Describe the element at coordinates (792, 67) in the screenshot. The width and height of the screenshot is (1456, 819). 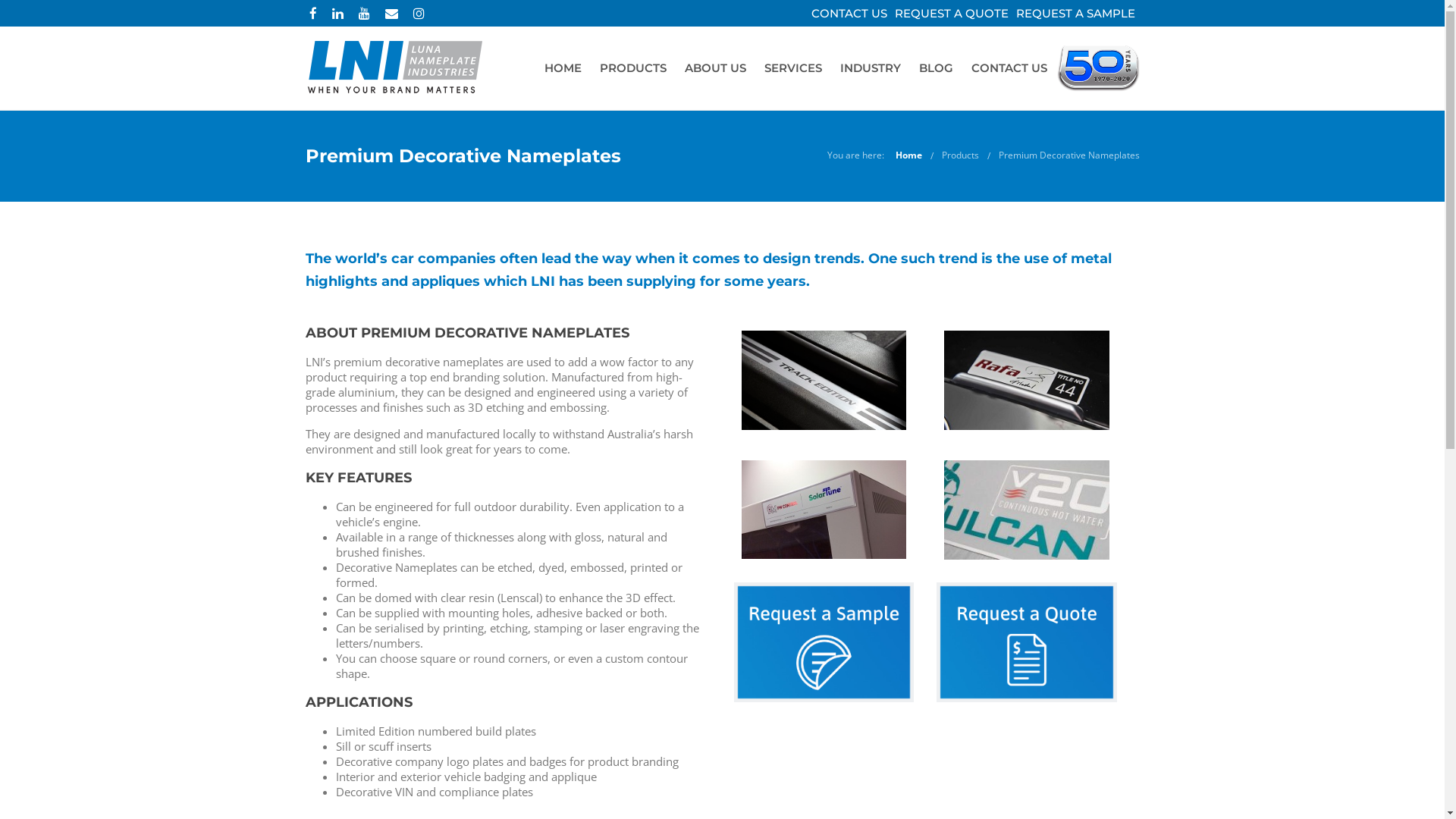
I see `'SERVICES'` at that location.